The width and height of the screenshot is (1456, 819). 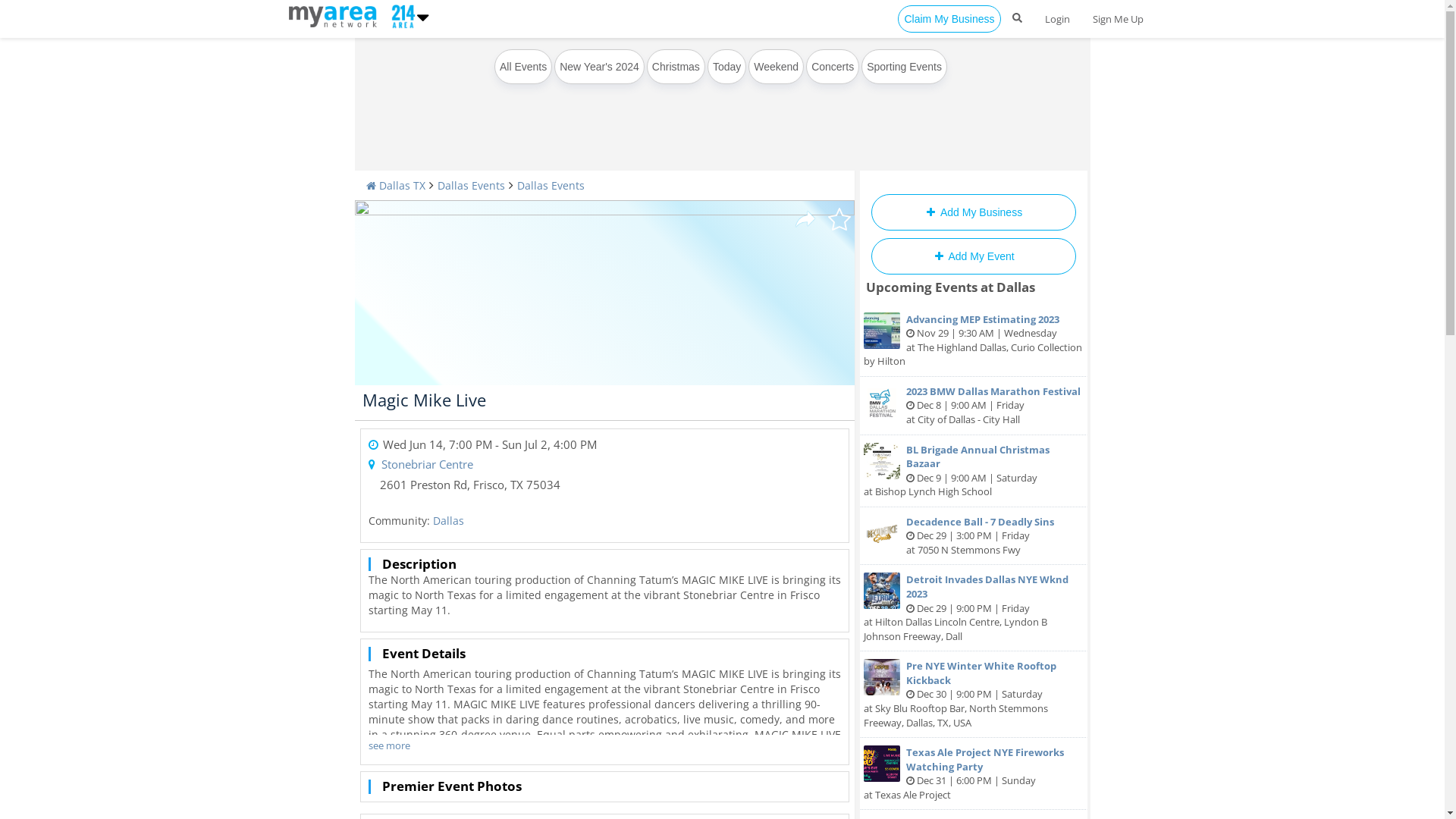 What do you see at coordinates (866, 287) in the screenshot?
I see `'Upcoming Events at Dallas'` at bounding box center [866, 287].